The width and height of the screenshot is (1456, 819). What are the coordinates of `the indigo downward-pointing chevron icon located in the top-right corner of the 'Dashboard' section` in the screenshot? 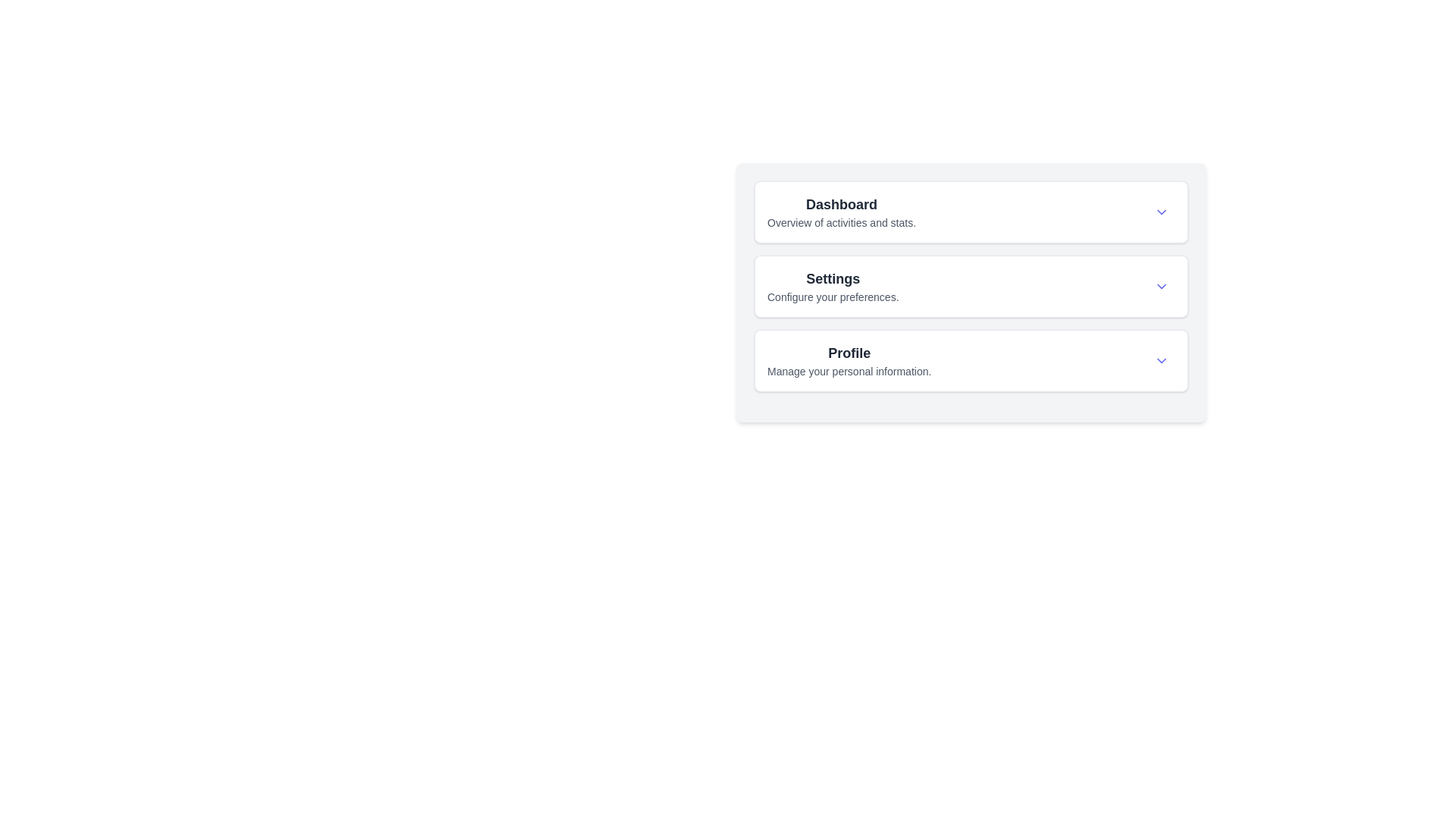 It's located at (1160, 212).